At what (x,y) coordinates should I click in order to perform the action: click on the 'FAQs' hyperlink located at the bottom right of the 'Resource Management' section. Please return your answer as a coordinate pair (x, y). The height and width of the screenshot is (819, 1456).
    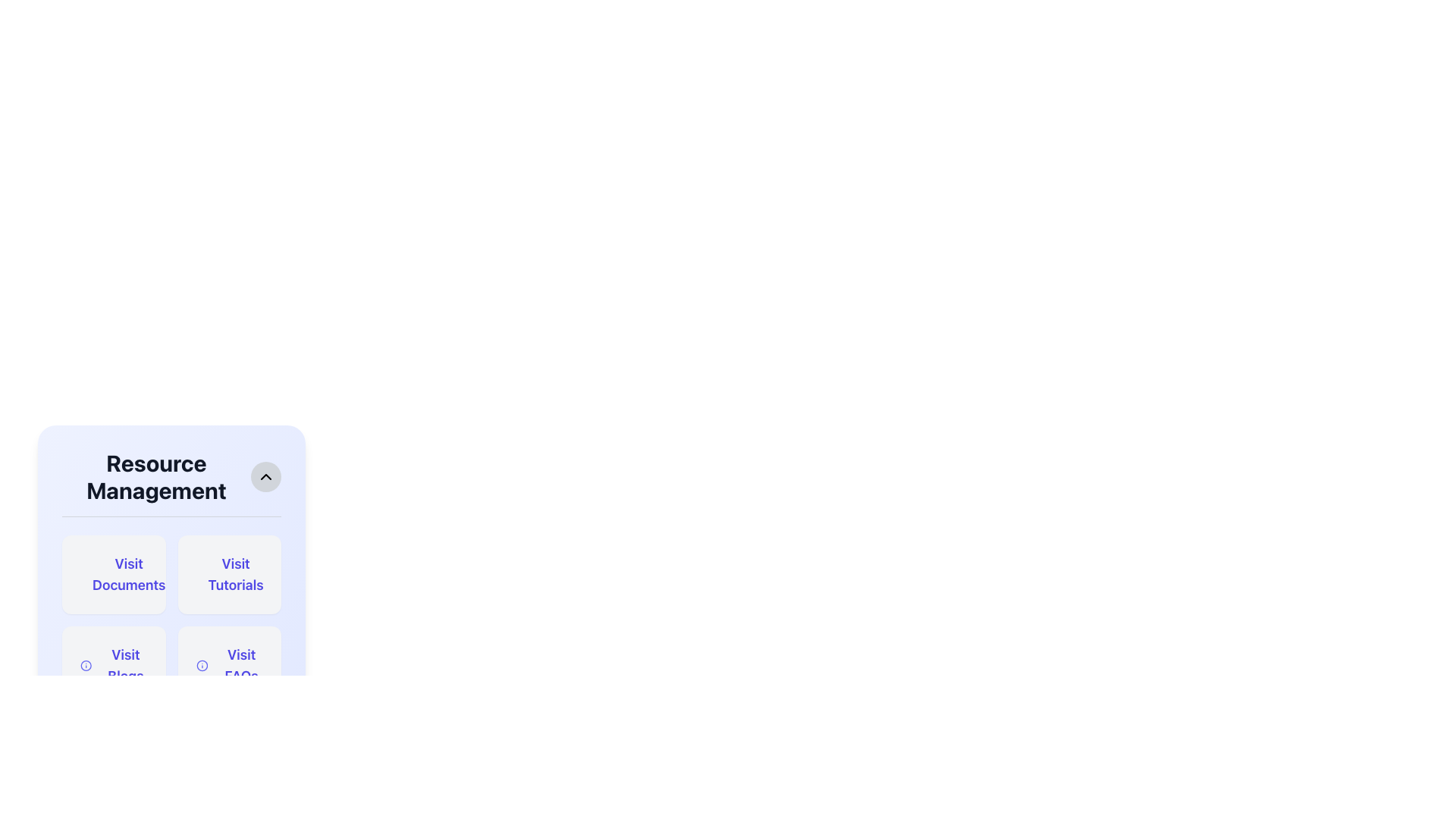
    Looking at the image, I should click on (240, 665).